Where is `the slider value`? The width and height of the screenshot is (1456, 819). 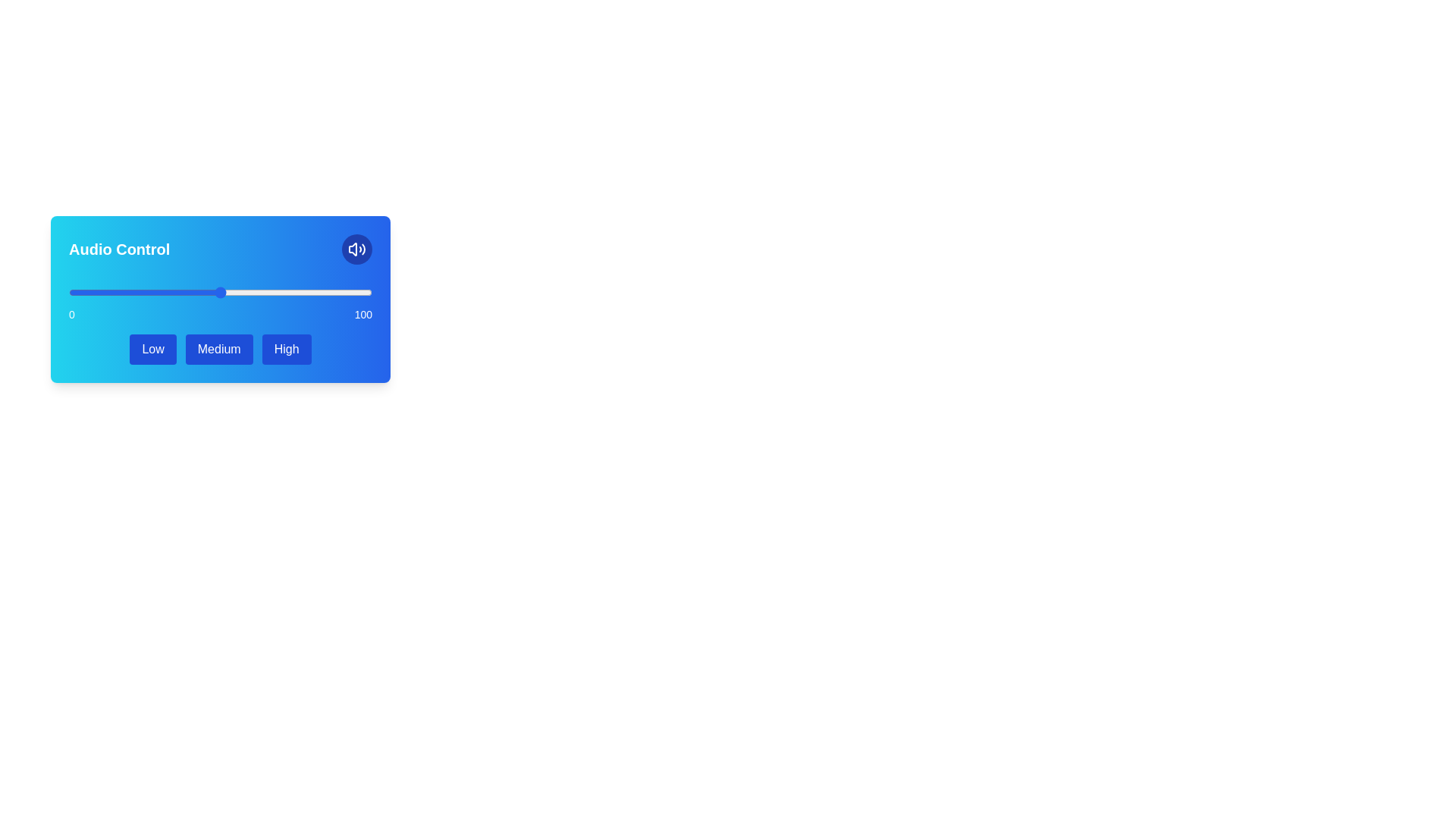 the slider value is located at coordinates (135, 292).